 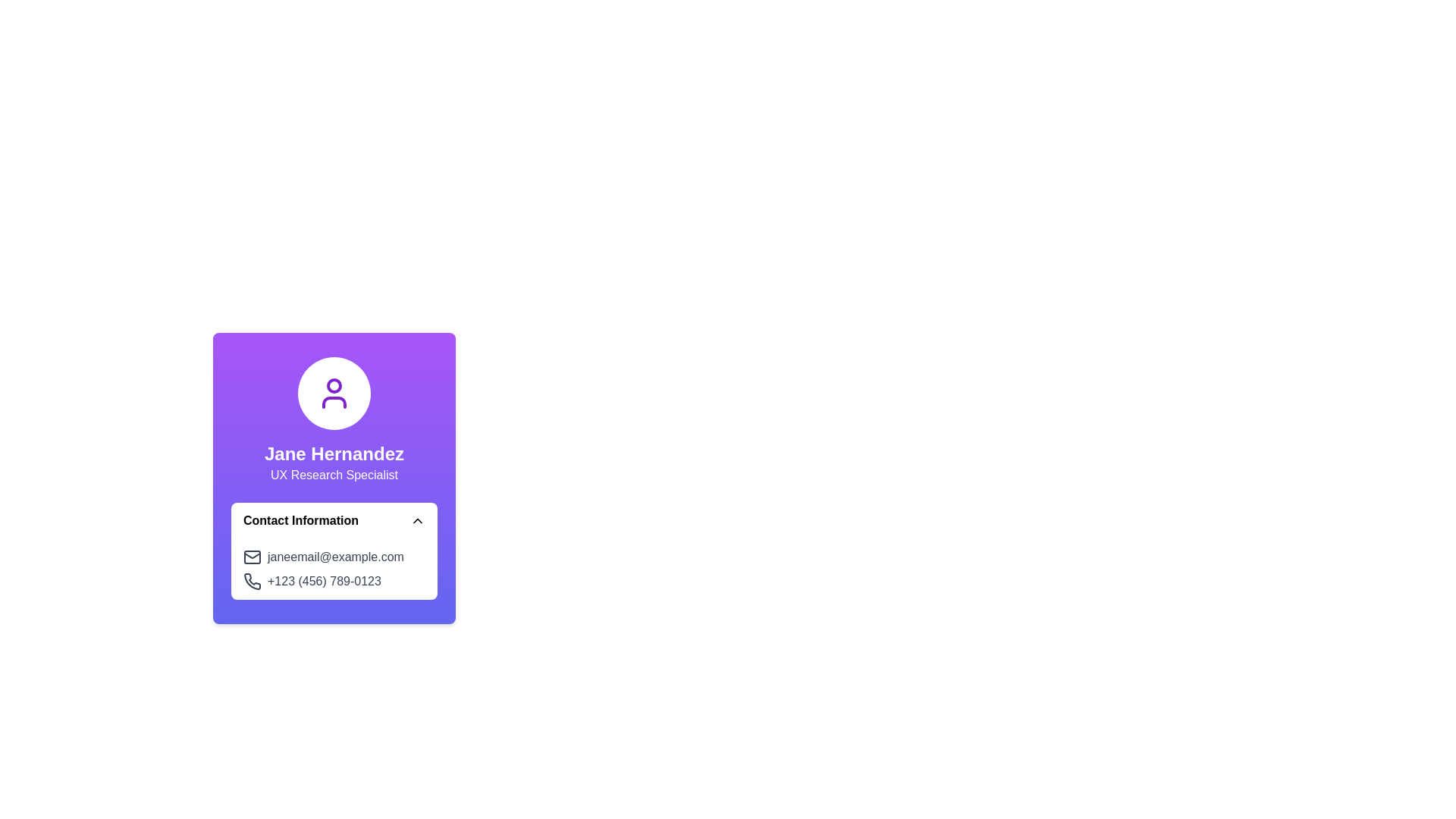 I want to click on the lower part of the user icon, which represents the body or torso outline, located inside the circular white area in the purple header card, so click(x=334, y=402).